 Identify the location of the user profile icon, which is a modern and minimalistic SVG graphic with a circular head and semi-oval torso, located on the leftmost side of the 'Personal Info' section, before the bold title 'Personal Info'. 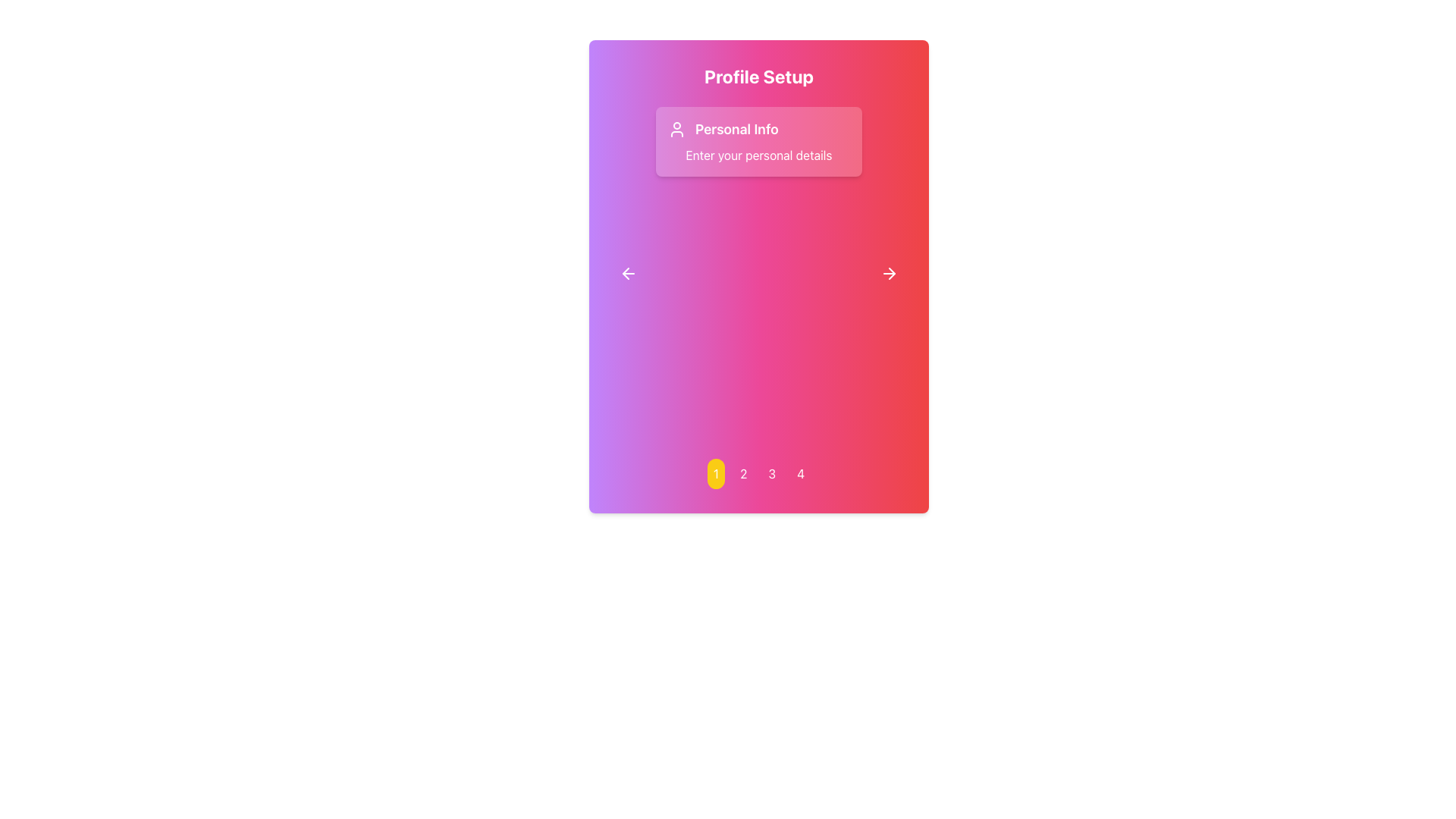
(676, 128).